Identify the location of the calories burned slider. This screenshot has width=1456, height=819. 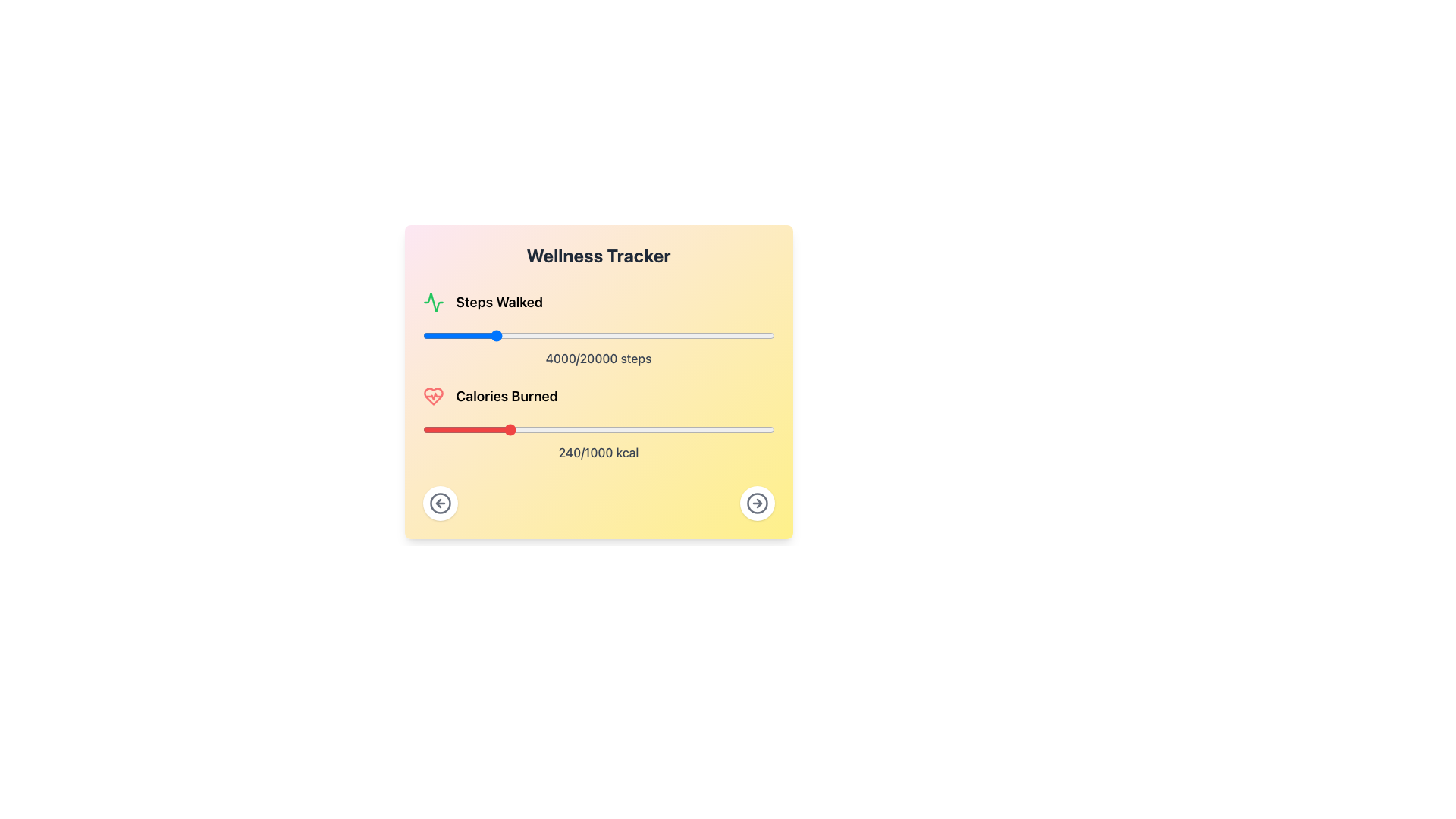
(438, 430).